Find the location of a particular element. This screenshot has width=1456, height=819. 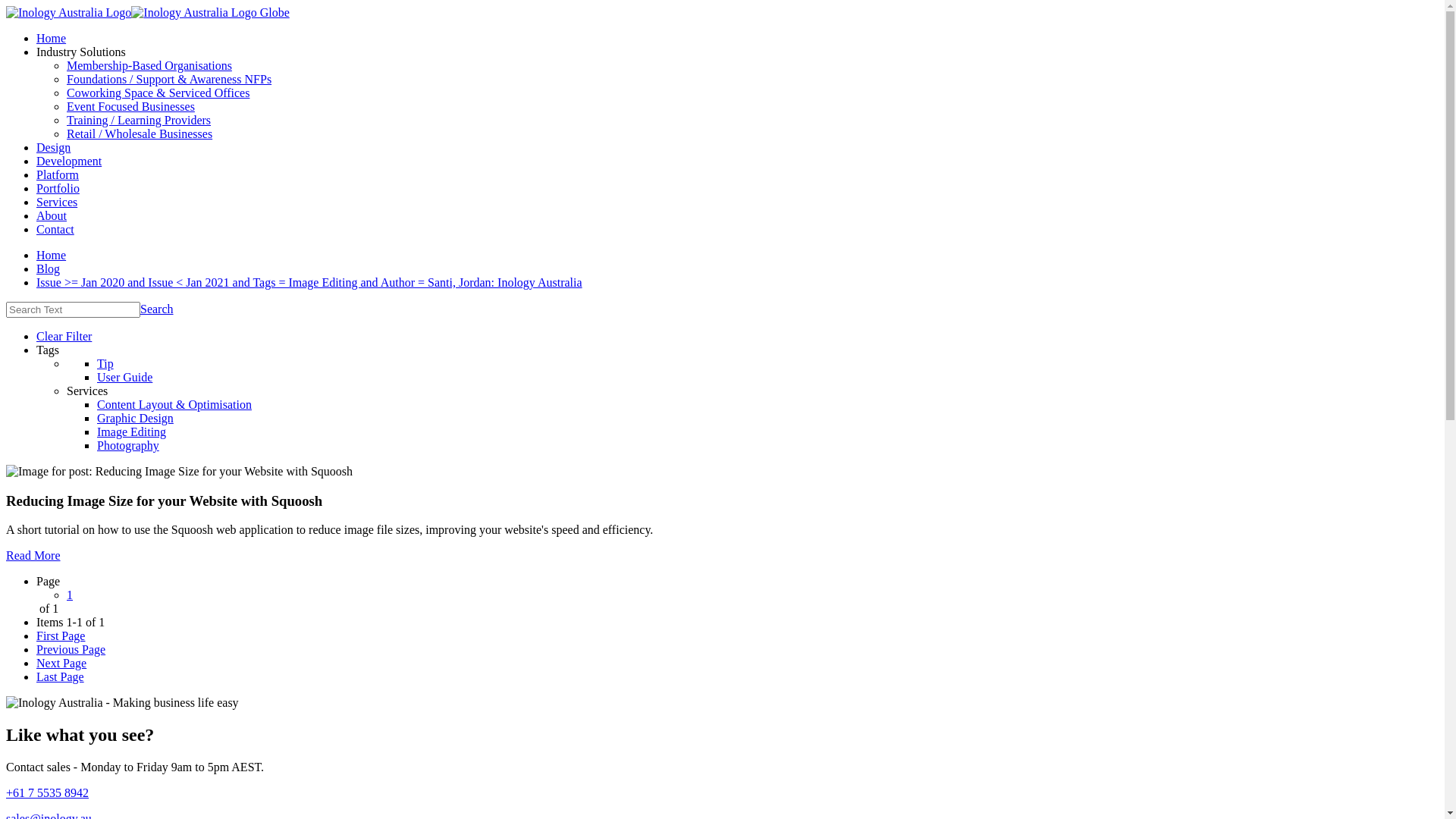

'Retail / Wholesale Businesses' is located at coordinates (139, 133).